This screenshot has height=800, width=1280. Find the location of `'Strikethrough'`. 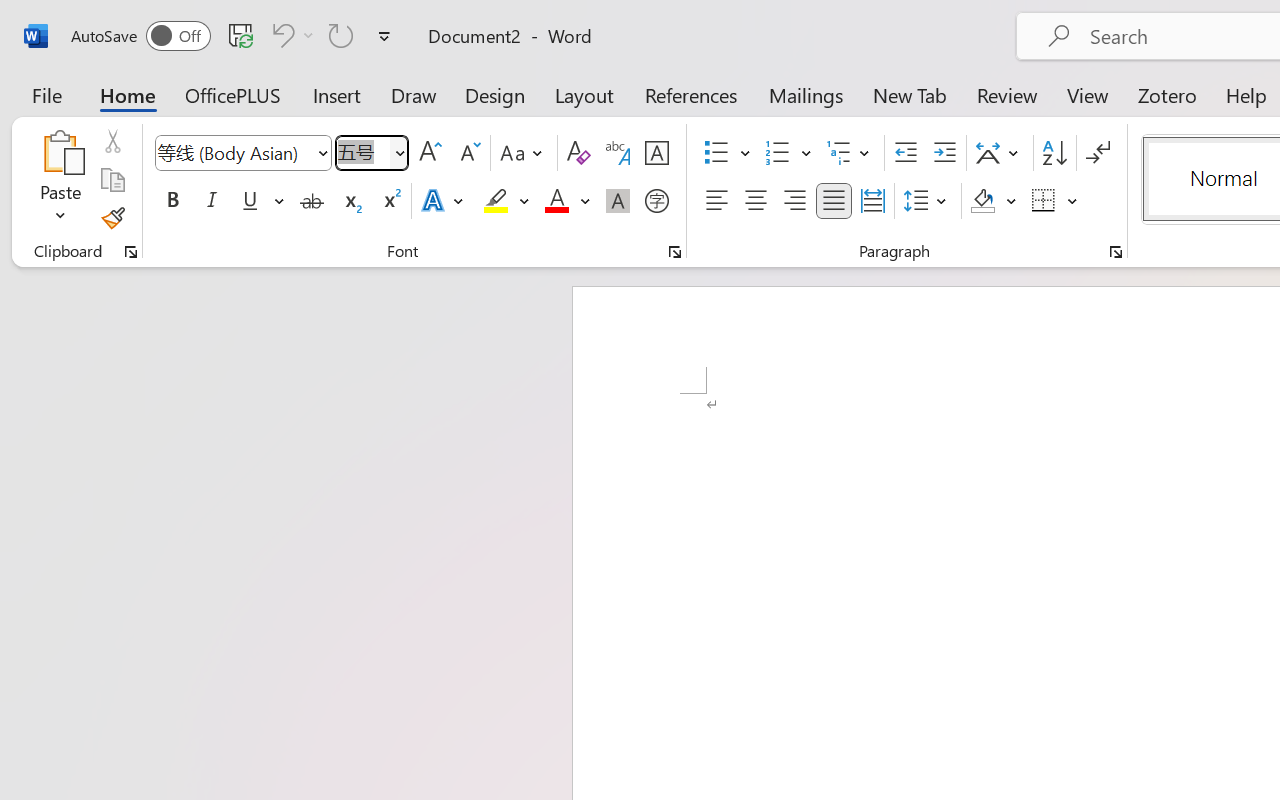

'Strikethrough' is located at coordinates (311, 201).